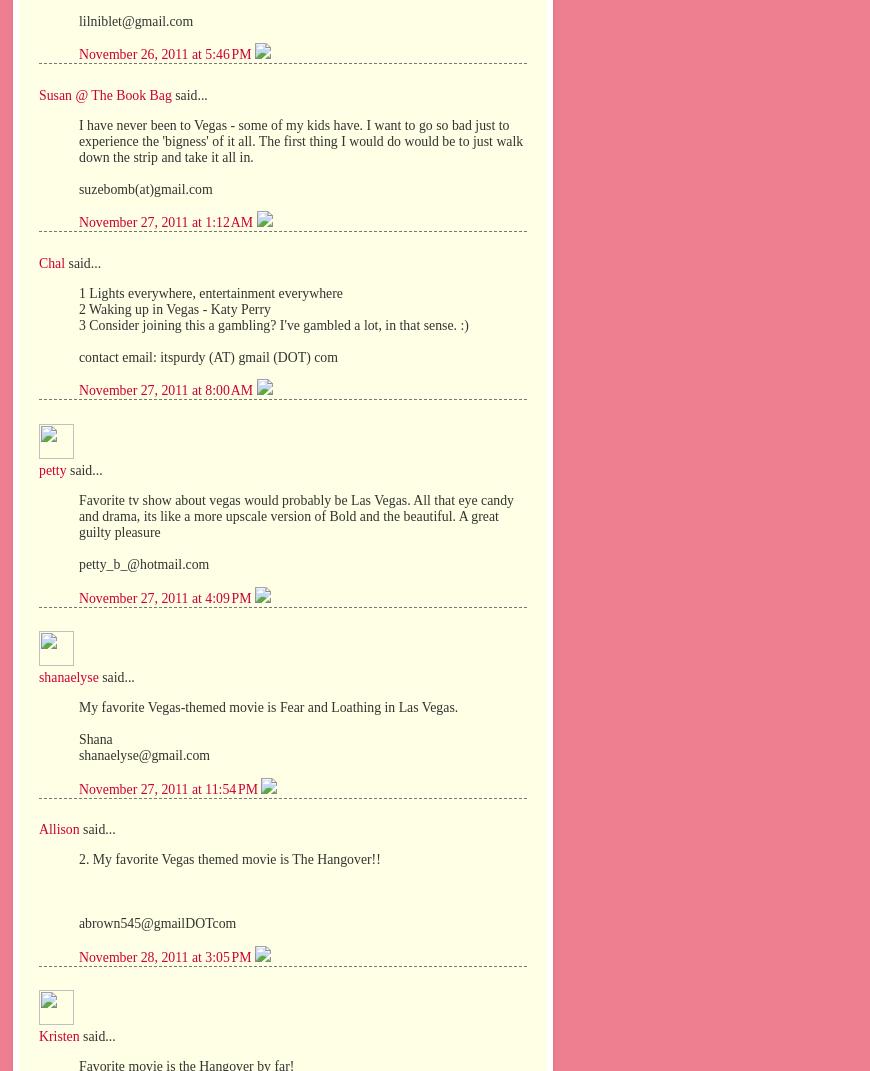  Describe the element at coordinates (77, 754) in the screenshot. I see `'shanaelyse@gmail.com'` at that location.